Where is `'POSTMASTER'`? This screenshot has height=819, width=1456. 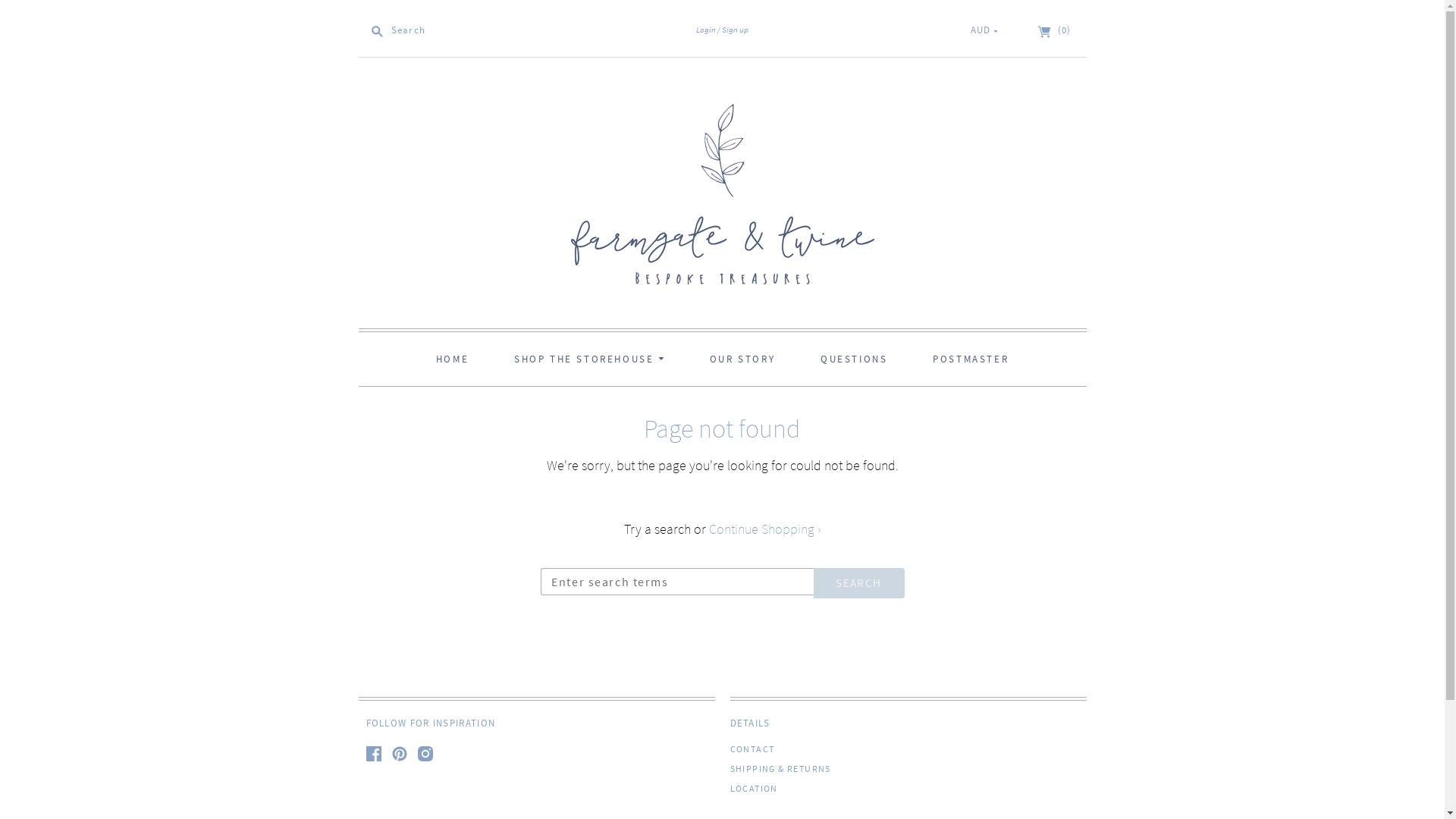
'POSTMASTER' is located at coordinates (971, 359).